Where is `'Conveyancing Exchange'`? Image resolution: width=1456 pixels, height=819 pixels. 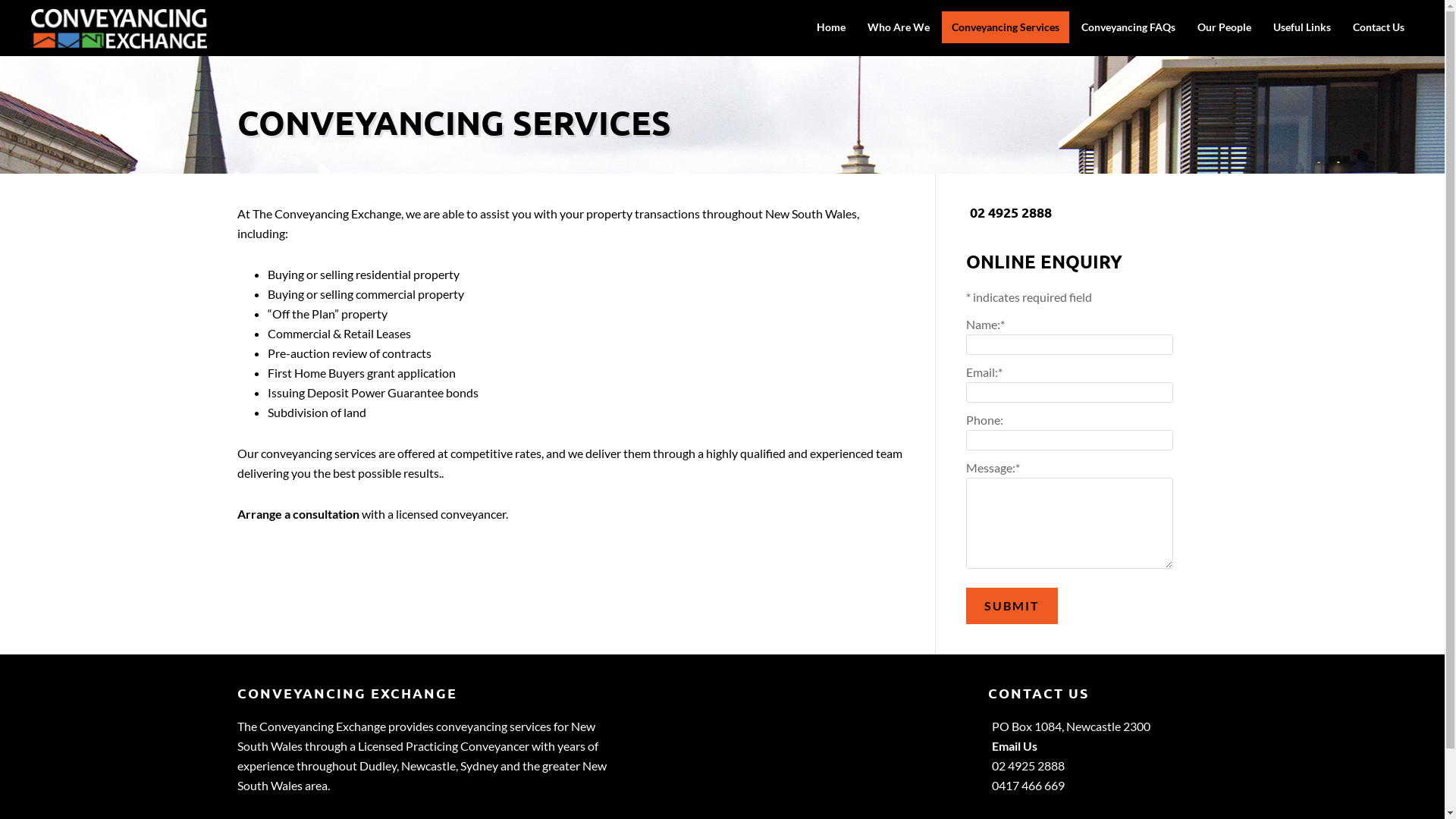 'Conveyancing Exchange' is located at coordinates (118, 39).